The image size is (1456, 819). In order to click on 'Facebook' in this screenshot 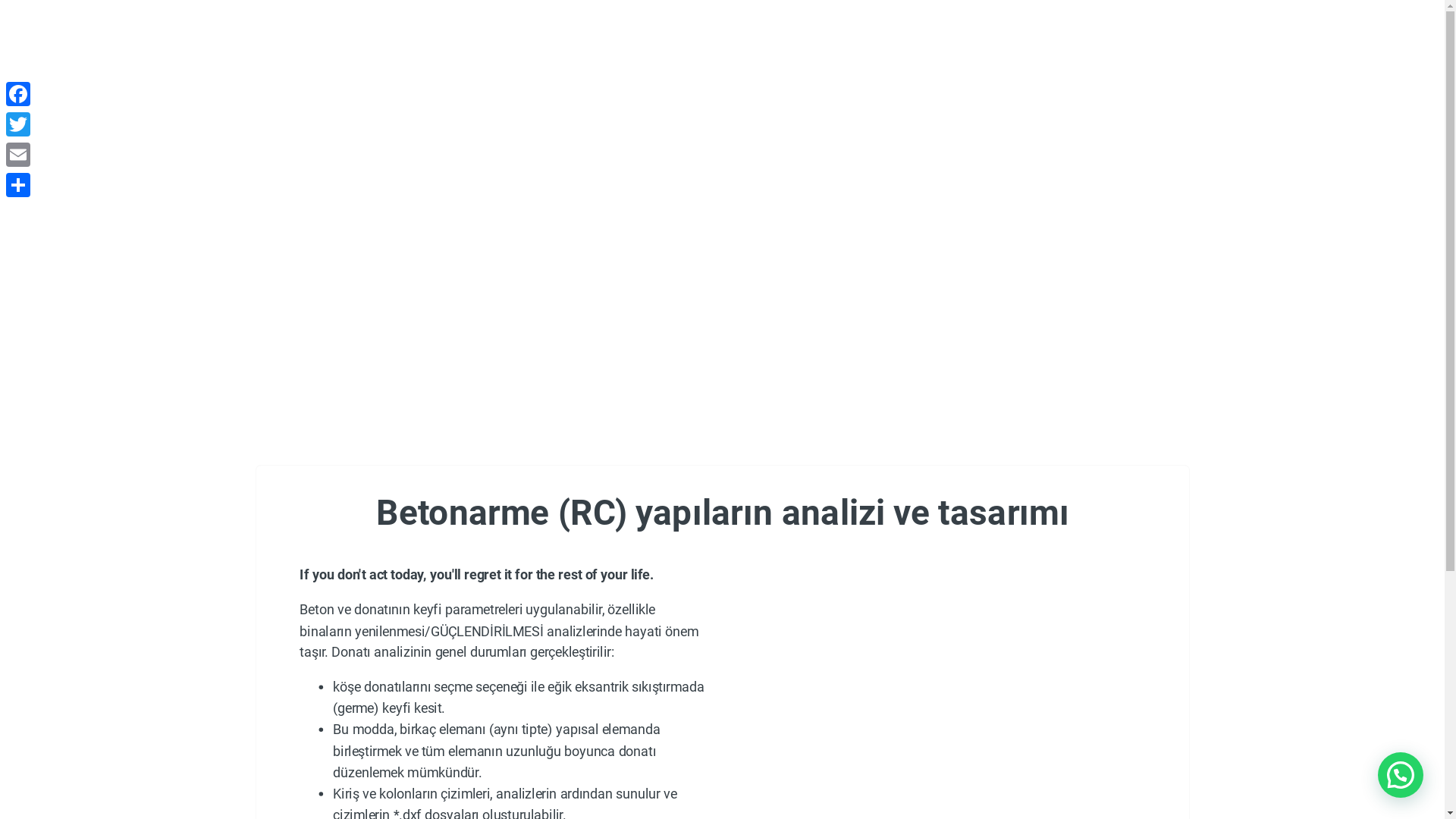, I will do `click(18, 93)`.